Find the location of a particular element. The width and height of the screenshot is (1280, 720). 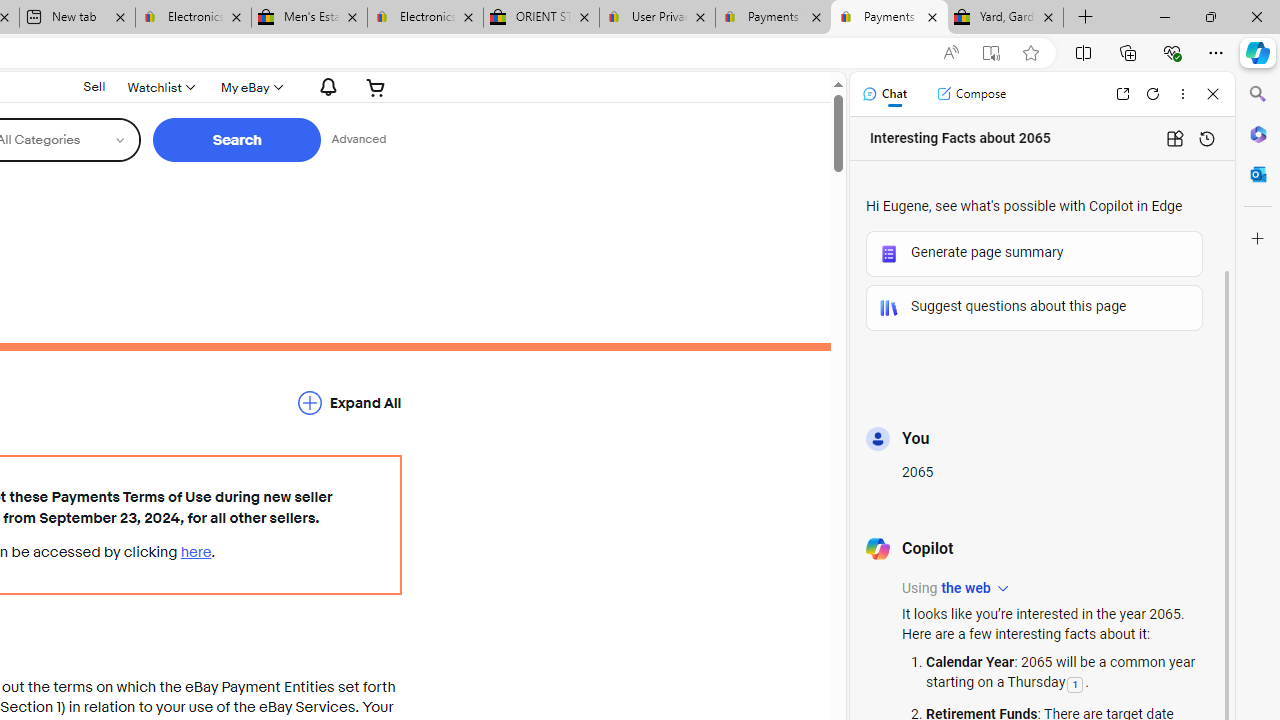

'AutomationID: gh-eb-Alerts' is located at coordinates (325, 86).